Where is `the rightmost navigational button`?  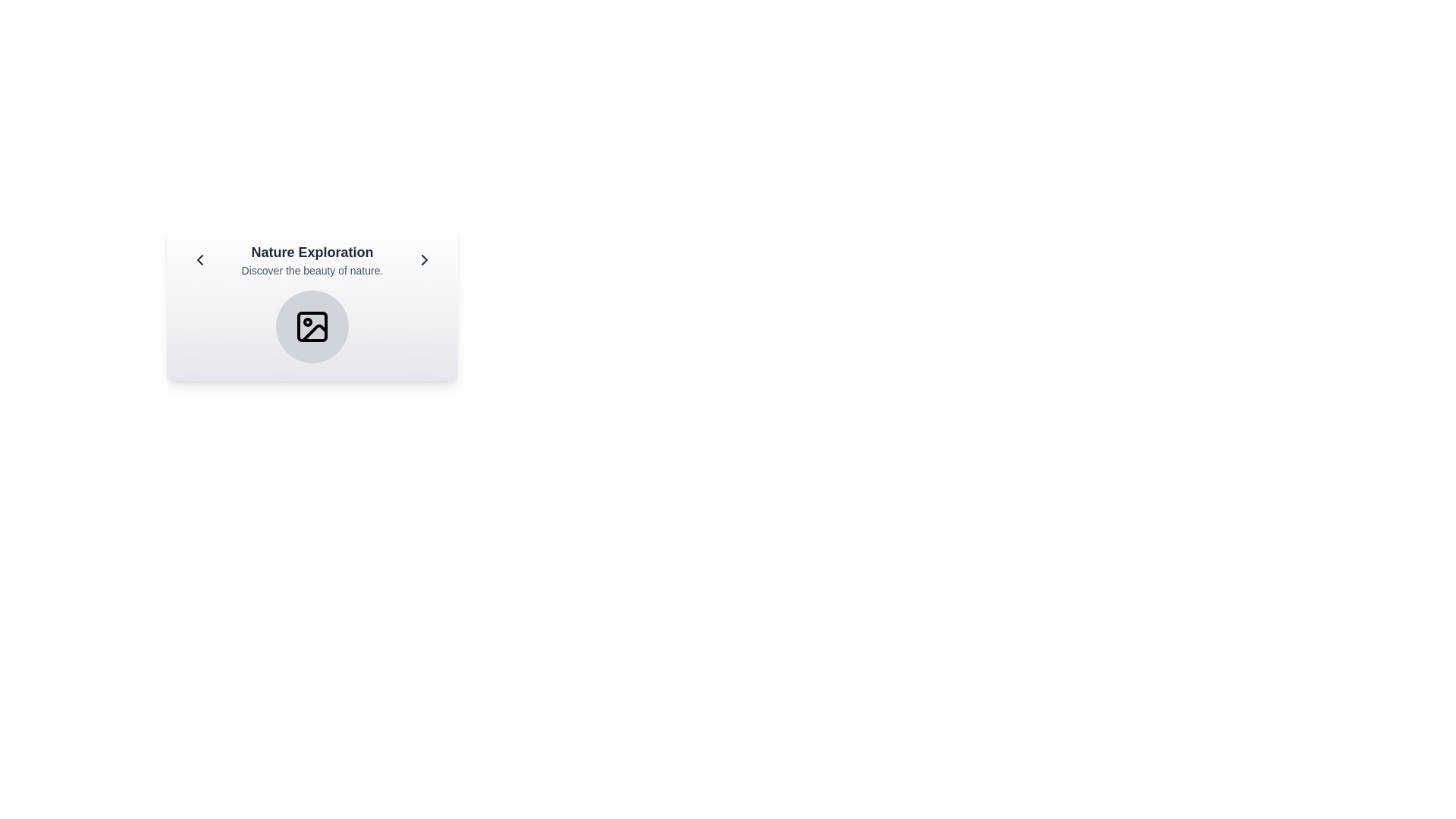
the rightmost navigational button is located at coordinates (425, 259).